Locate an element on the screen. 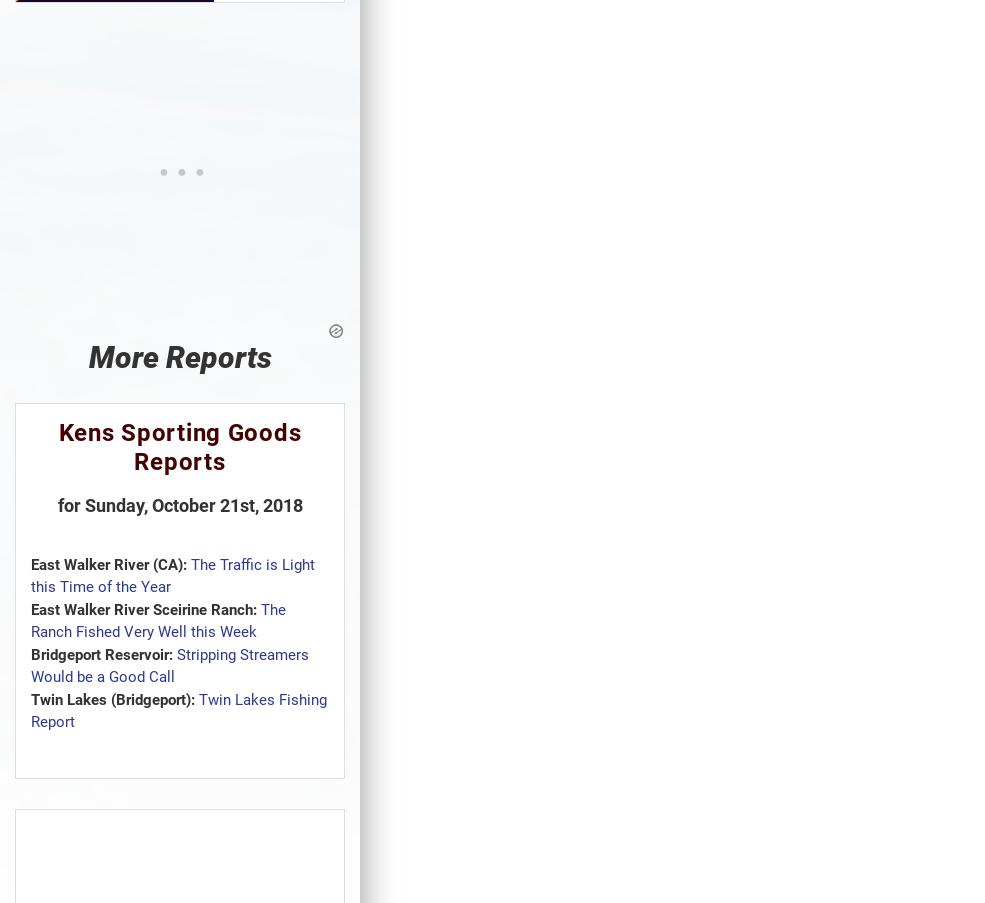 The height and width of the screenshot is (903, 985). 'Stripping Streamers Would be a Good Call' is located at coordinates (170, 664).